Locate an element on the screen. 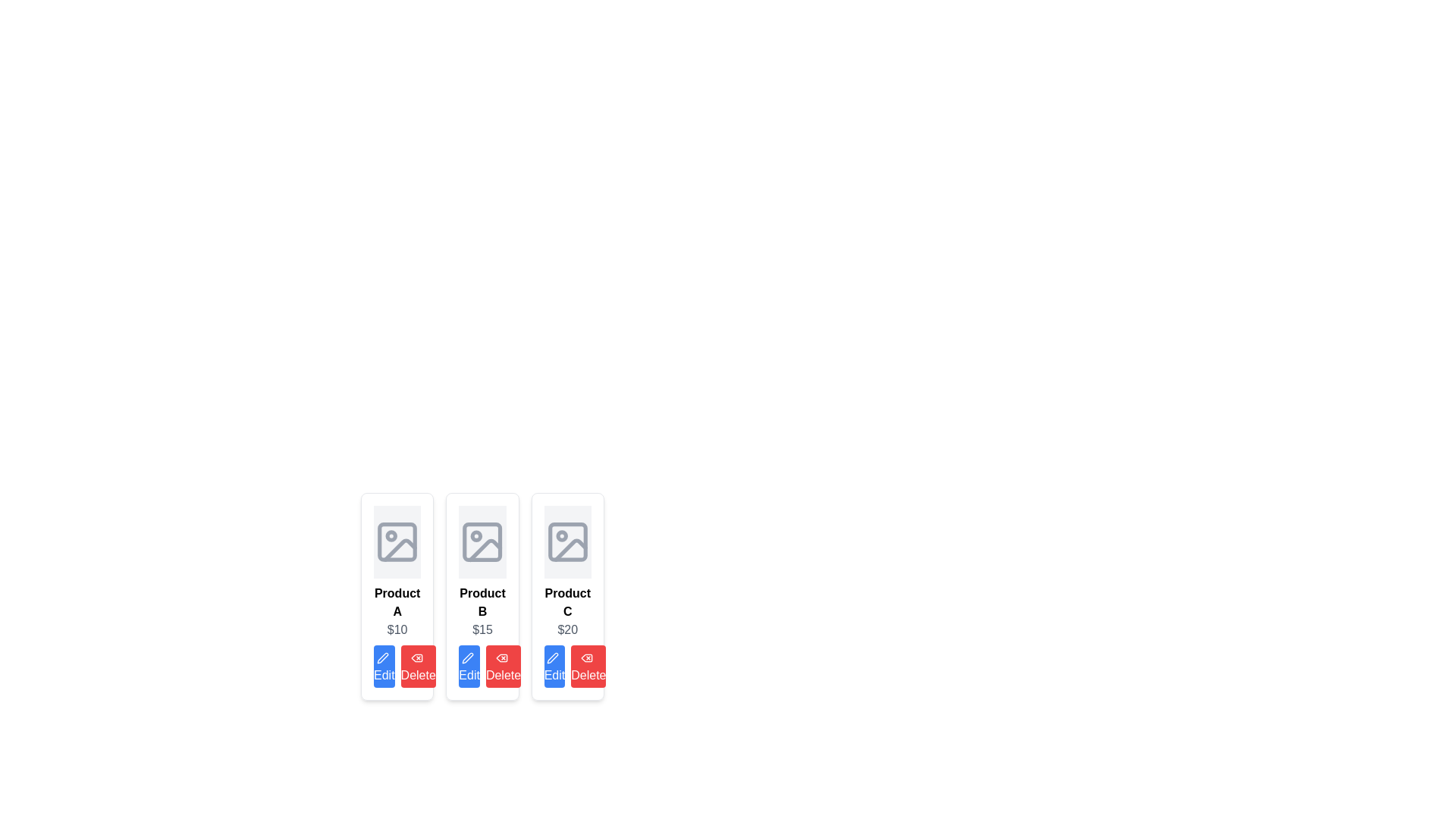 This screenshot has width=1456, height=819. the blue pen icon located at the bottom of the 'Product B' card is located at coordinates (467, 657).